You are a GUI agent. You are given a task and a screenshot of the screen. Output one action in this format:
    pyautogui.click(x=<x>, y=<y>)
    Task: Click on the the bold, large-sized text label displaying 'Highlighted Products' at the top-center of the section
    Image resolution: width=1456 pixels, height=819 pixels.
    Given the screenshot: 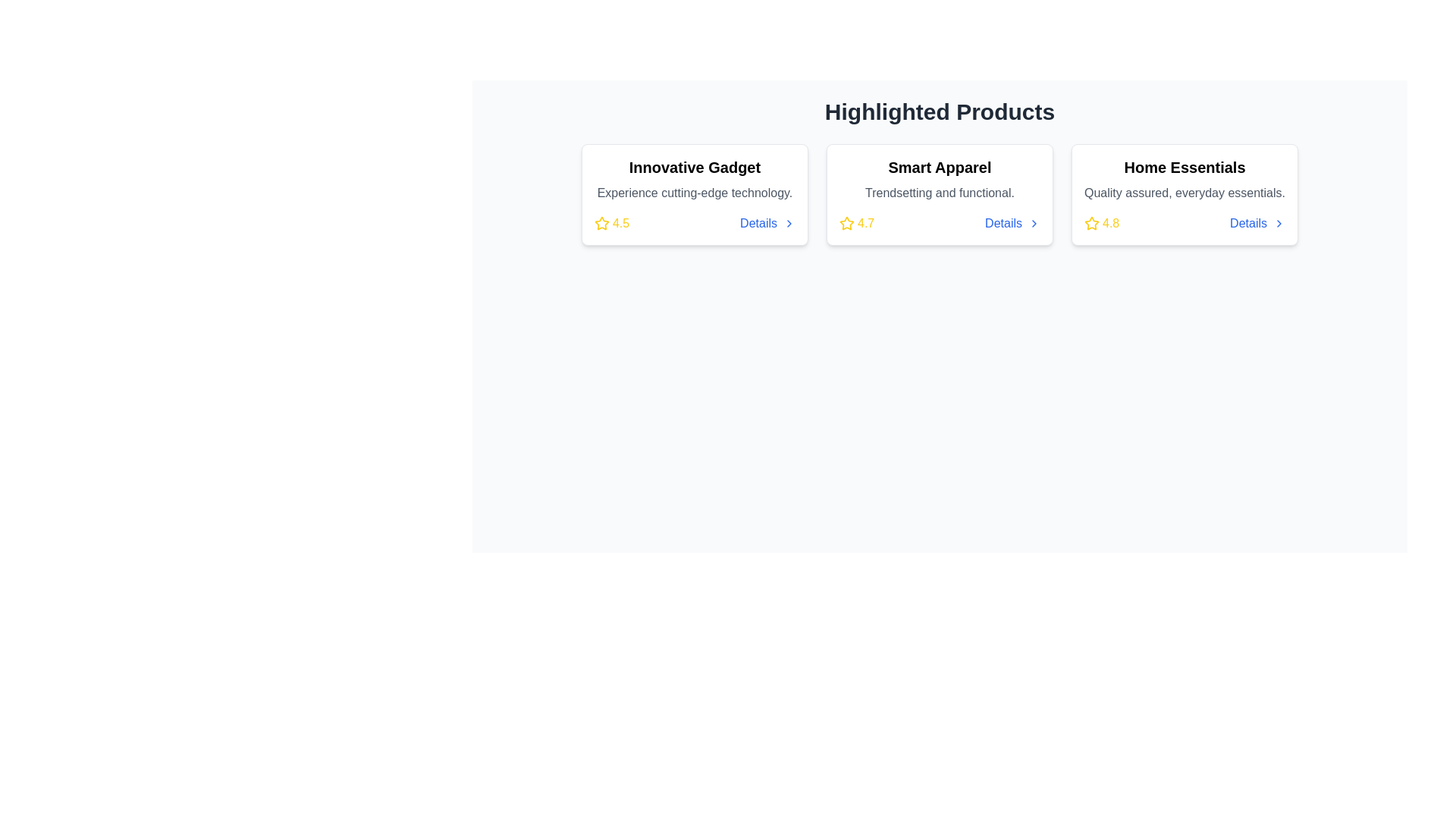 What is the action you would take?
    pyautogui.click(x=939, y=111)
    